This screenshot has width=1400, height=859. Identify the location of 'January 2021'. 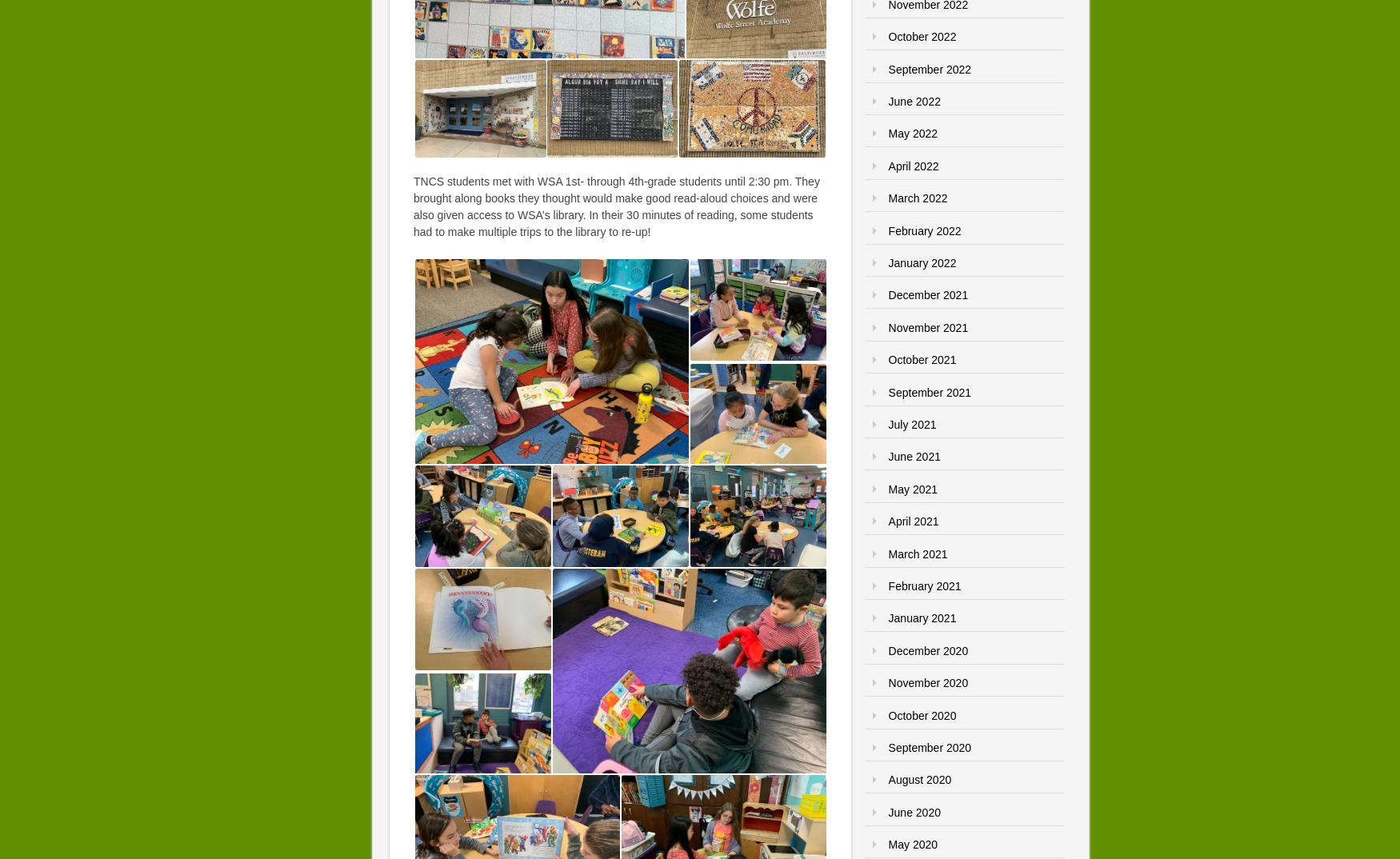
(921, 617).